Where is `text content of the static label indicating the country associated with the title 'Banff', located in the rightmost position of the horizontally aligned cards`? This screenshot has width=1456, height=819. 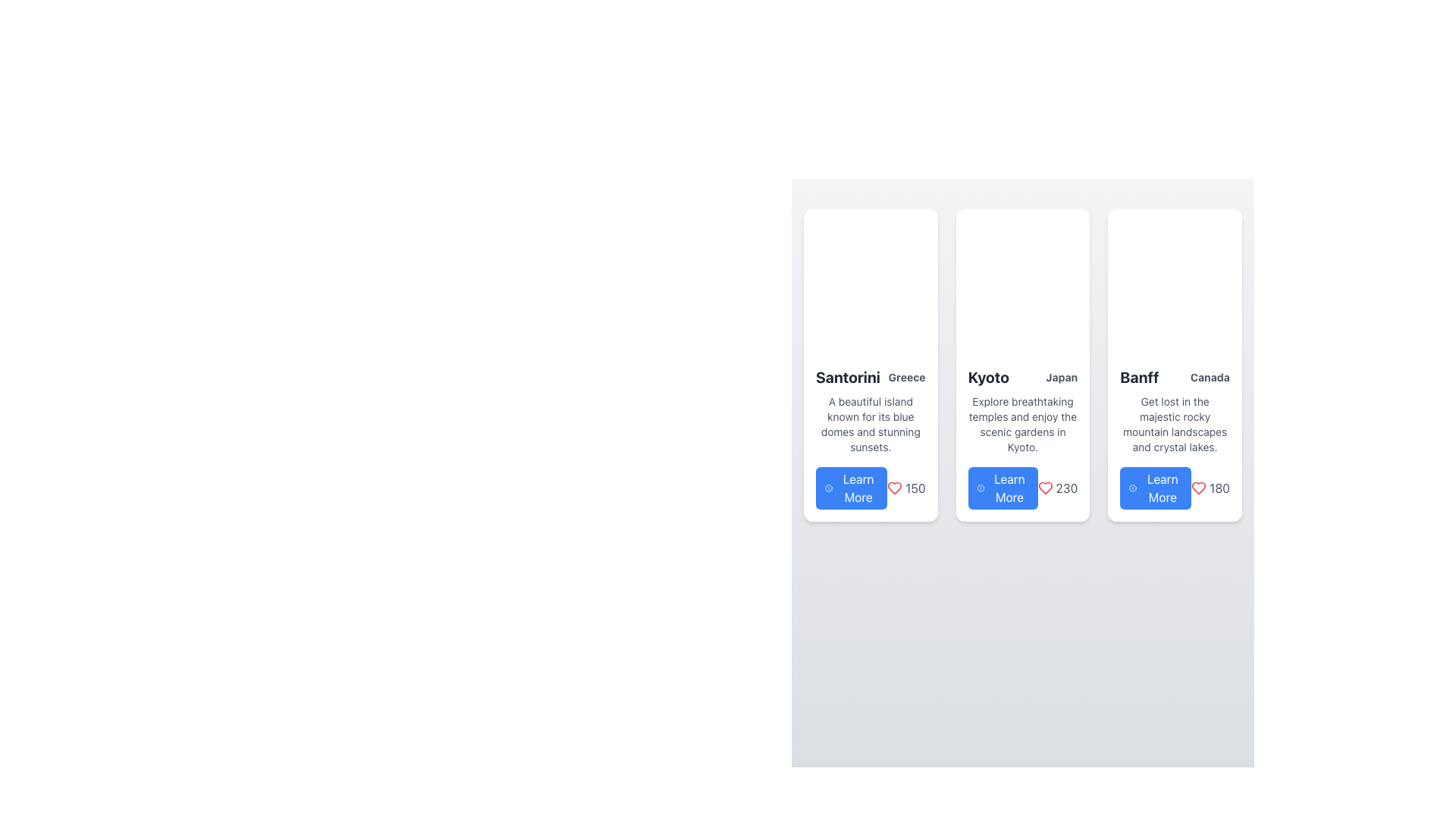
text content of the static label indicating the country associated with the title 'Banff', located in the rightmost position of the horizontally aligned cards is located at coordinates (1209, 376).